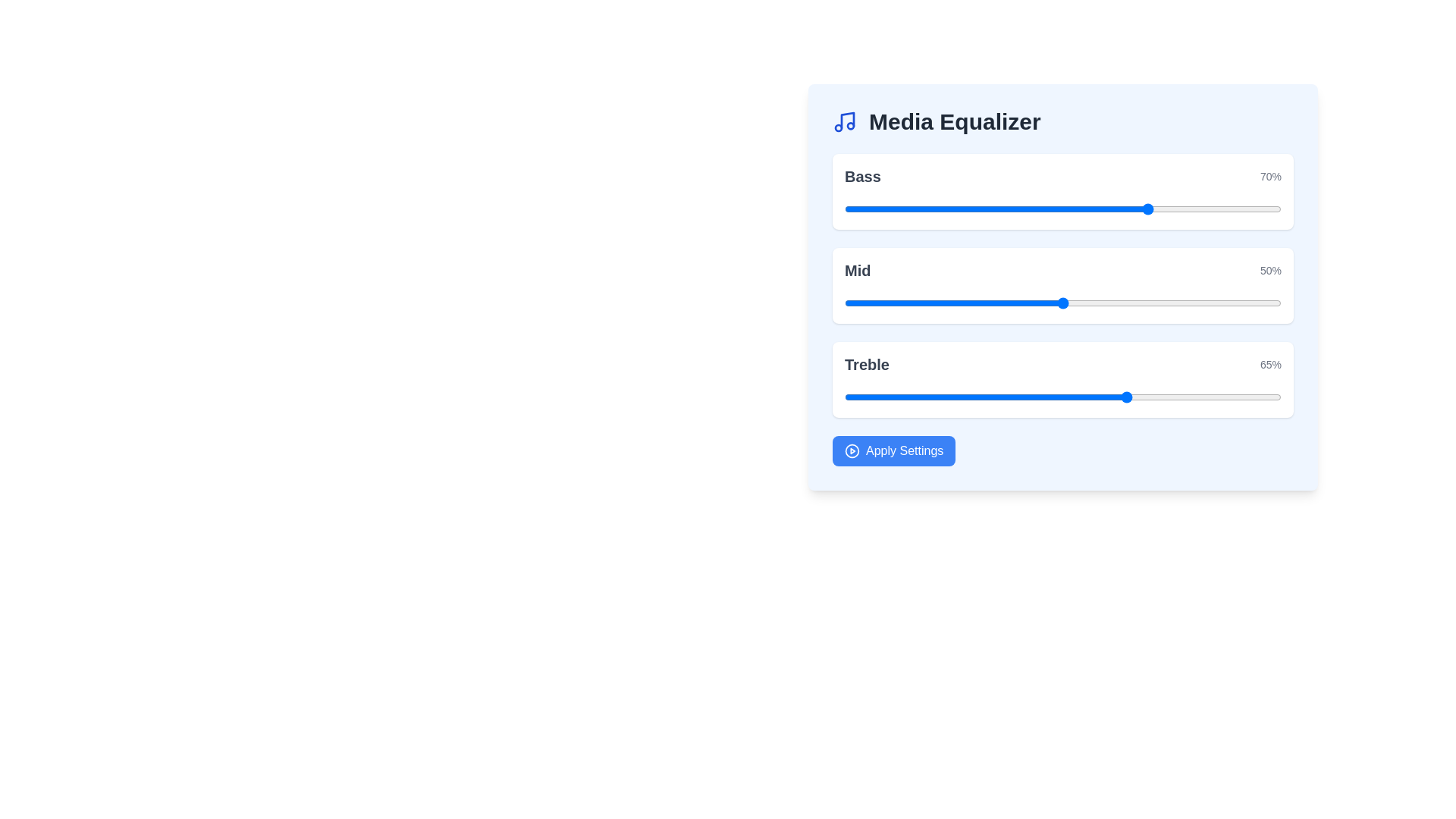 This screenshot has height=819, width=1456. I want to click on treble, so click(1010, 397).